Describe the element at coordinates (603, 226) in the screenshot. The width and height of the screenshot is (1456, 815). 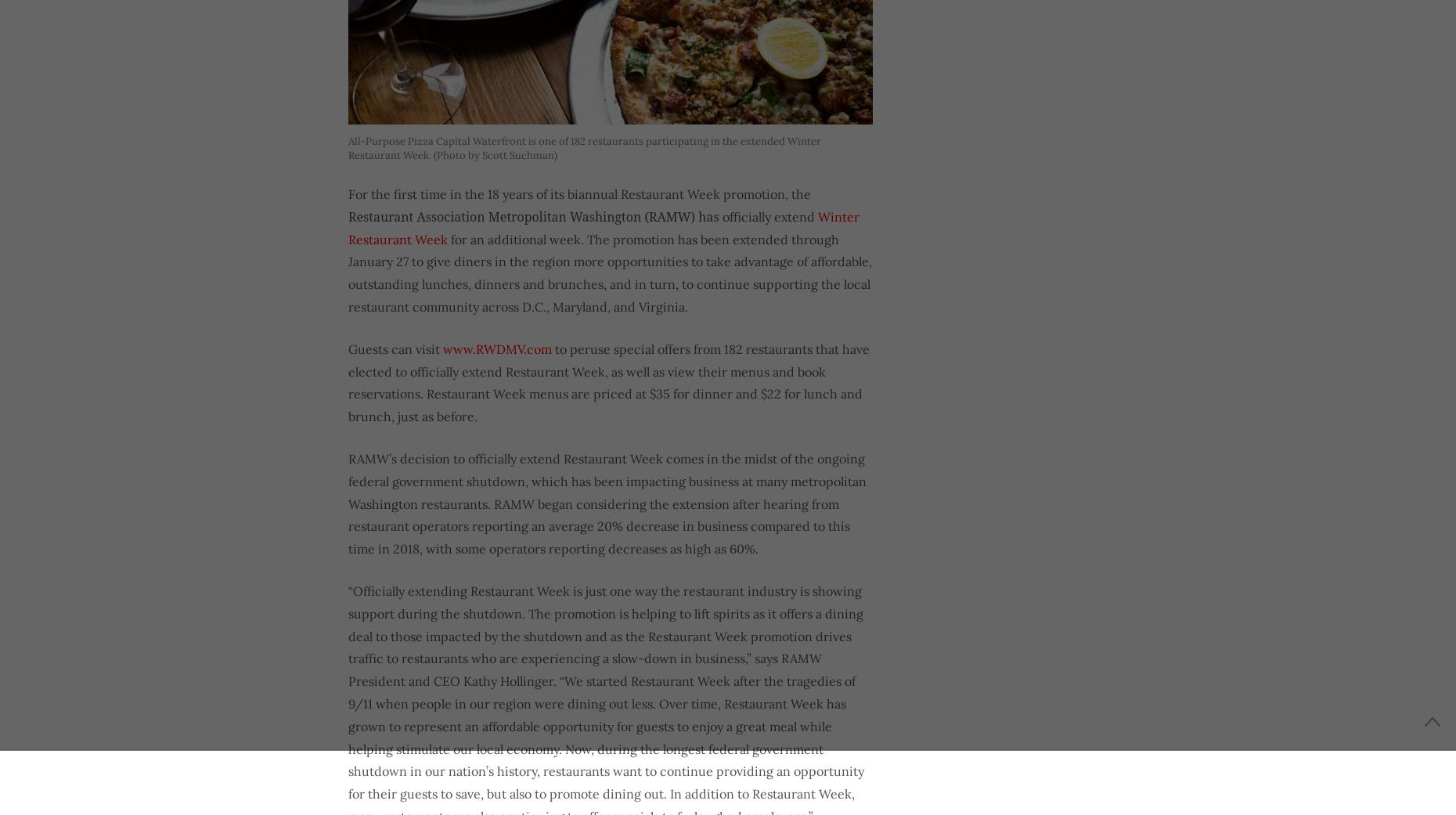
I see `'Winter Restaurant Week'` at that location.